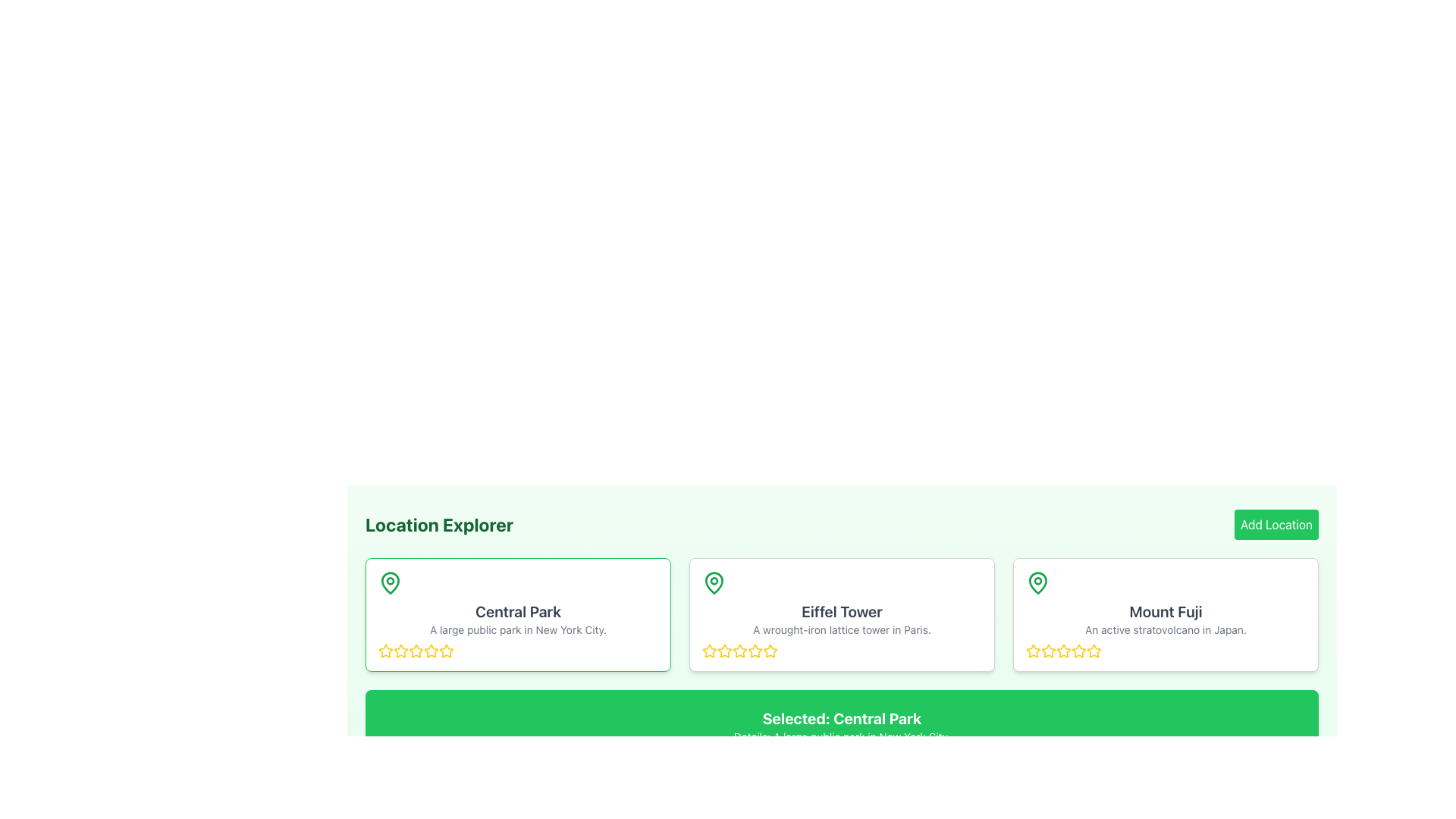 The height and width of the screenshot is (819, 1456). Describe the element at coordinates (1033, 651) in the screenshot. I see `the first Rating Star Icon under the 'Mount Fuji' card, which is the third card in a horizontal list of items` at that location.